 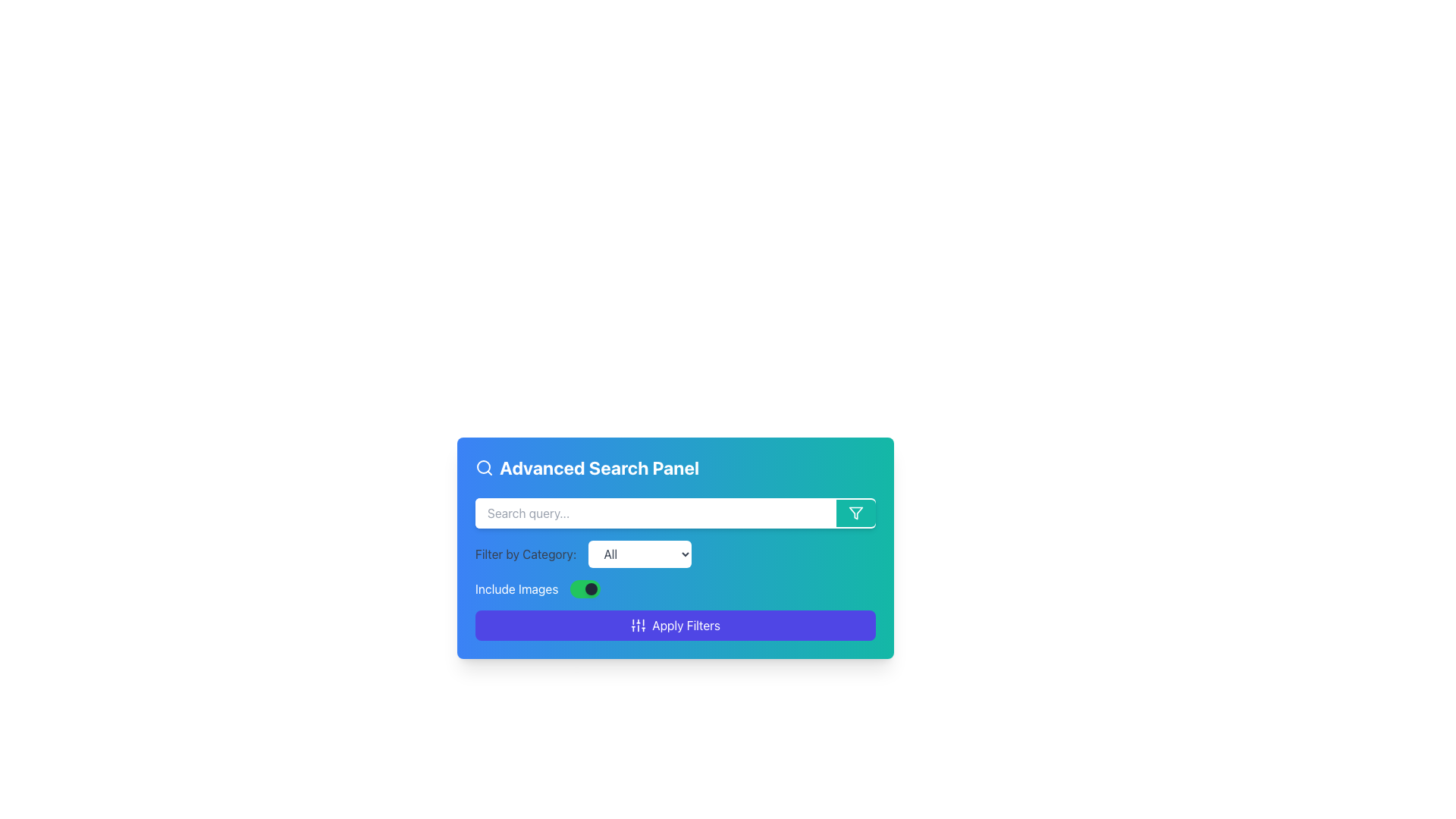 What do you see at coordinates (483, 467) in the screenshot?
I see `the magnifying glass SVG icon located to the immediate left of the 'Advanced Search Panel' text` at bounding box center [483, 467].